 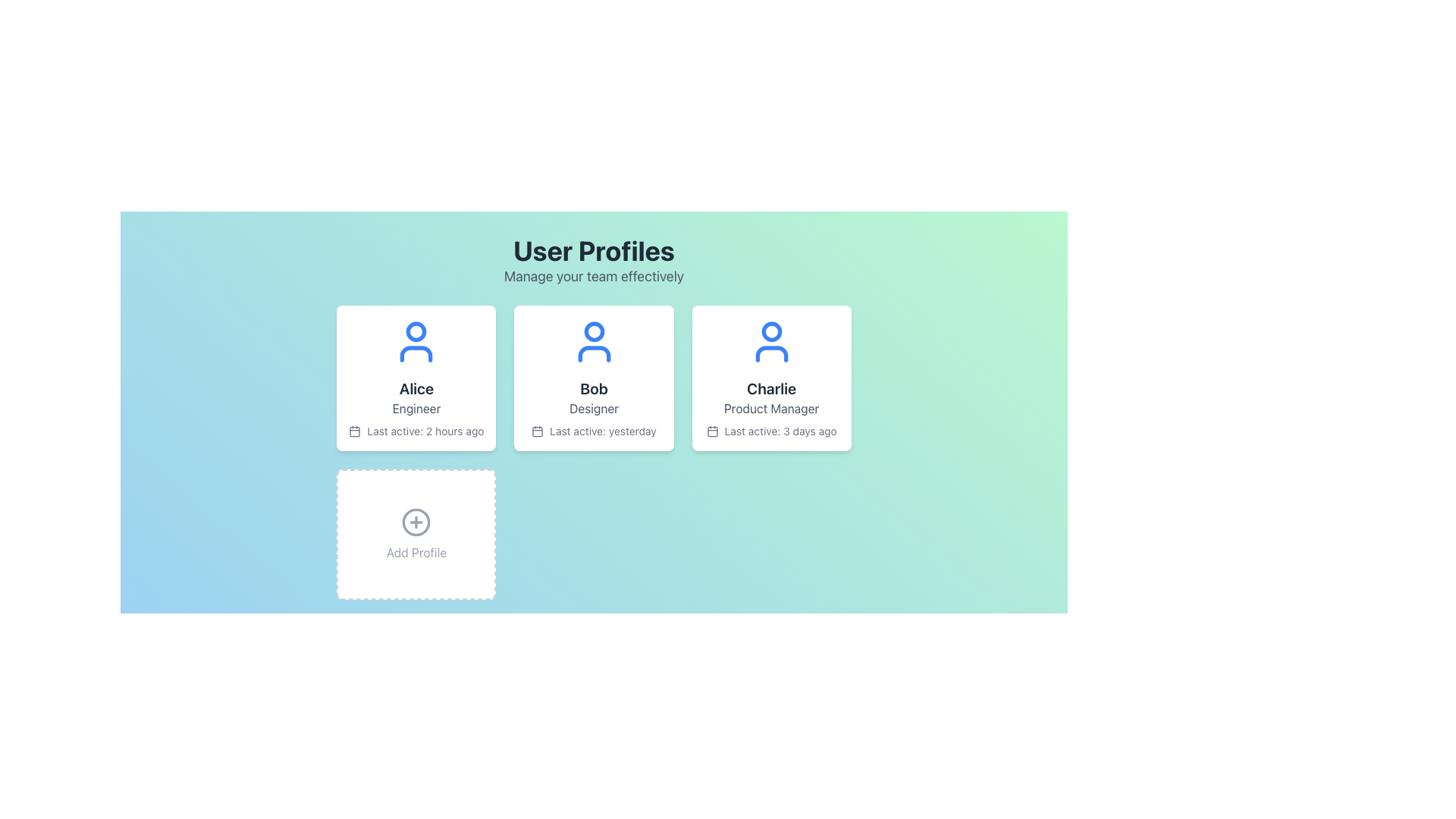 I want to click on the Profile Card displaying user information, specifically the second card in the top row of the grid layout, so click(x=593, y=377).